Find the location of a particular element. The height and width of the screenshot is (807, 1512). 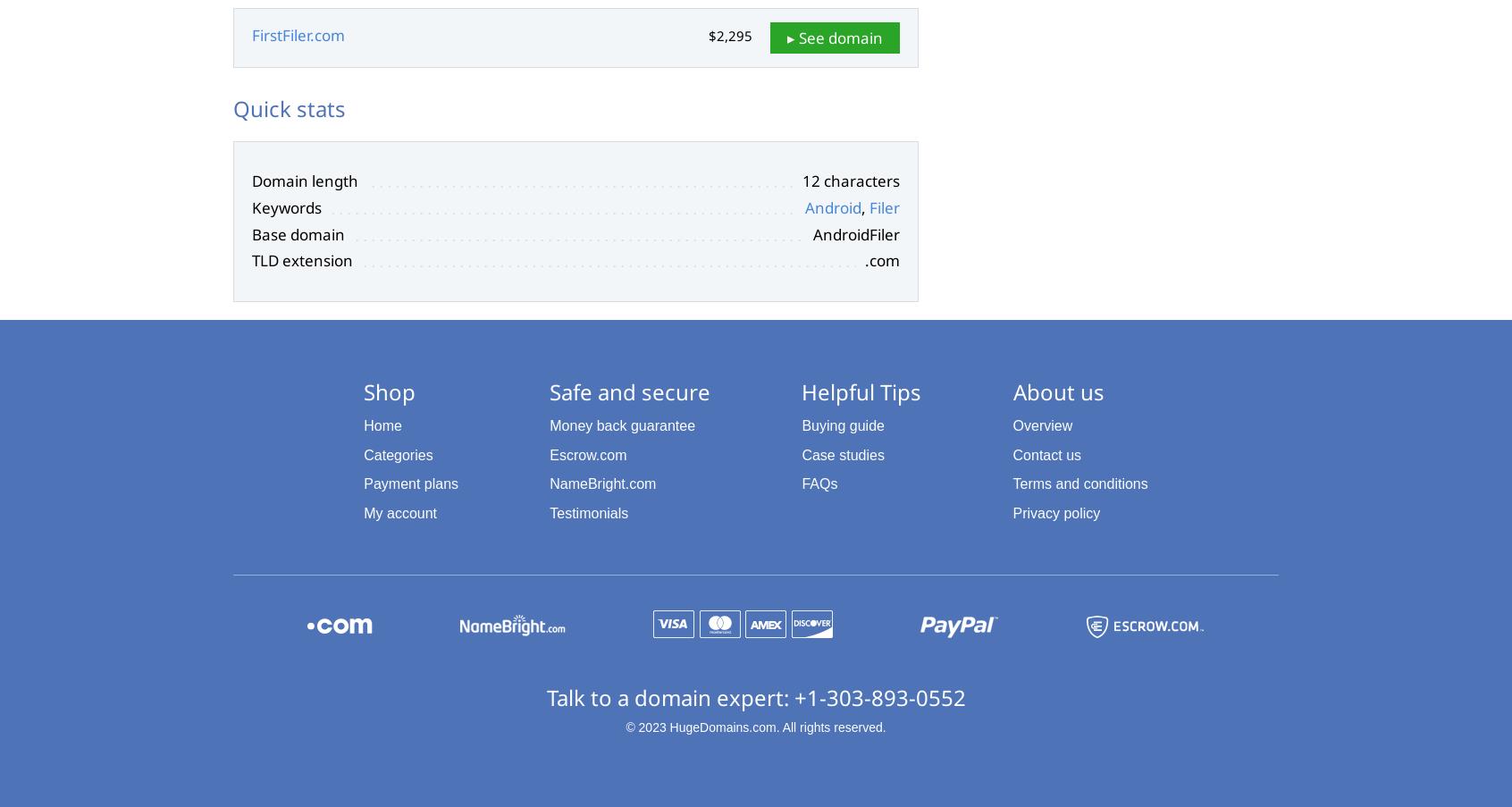

'Base domain' is located at coordinates (298, 232).